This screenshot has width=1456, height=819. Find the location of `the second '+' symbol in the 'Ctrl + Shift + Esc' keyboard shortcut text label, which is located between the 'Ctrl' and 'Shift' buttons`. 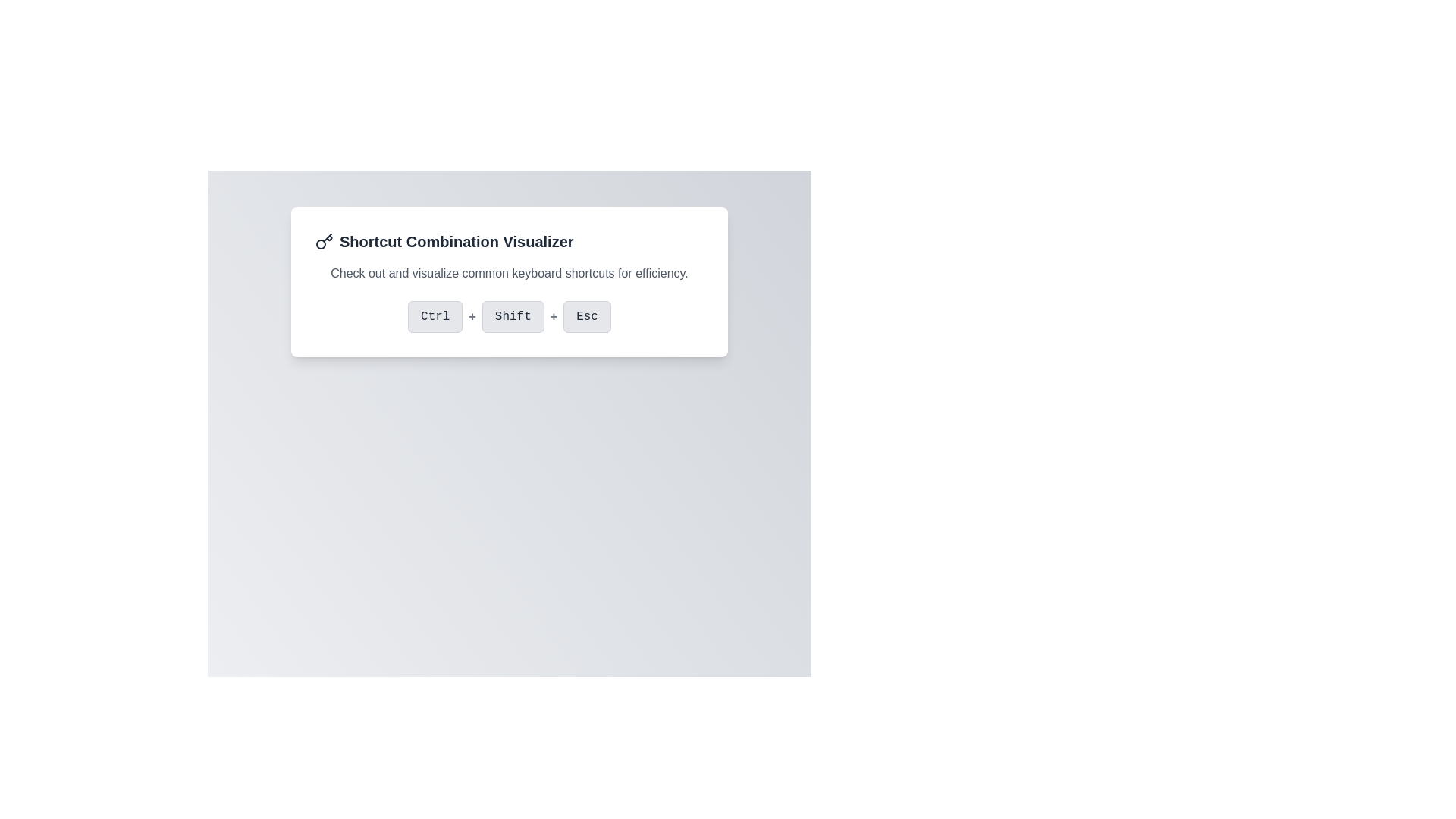

the second '+' symbol in the 'Ctrl + Shift + Esc' keyboard shortcut text label, which is located between the 'Ctrl' and 'Shift' buttons is located at coordinates (472, 315).